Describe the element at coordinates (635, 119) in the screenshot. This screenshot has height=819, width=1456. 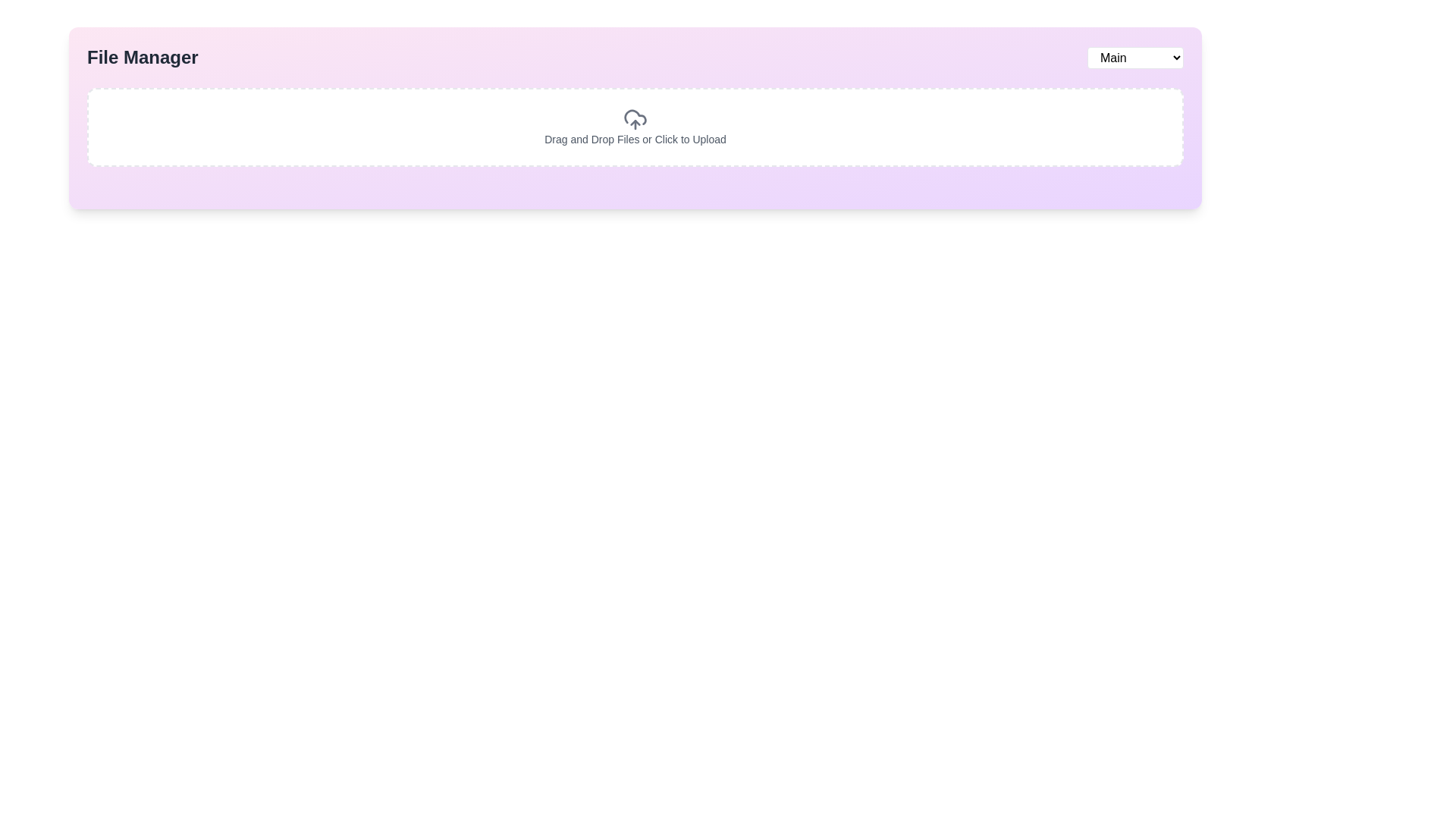
I see `the area surrounding the upload icon located centrally within the 'Drag and Drop Files or Click to Upload' box to initiate the upload process` at that location.